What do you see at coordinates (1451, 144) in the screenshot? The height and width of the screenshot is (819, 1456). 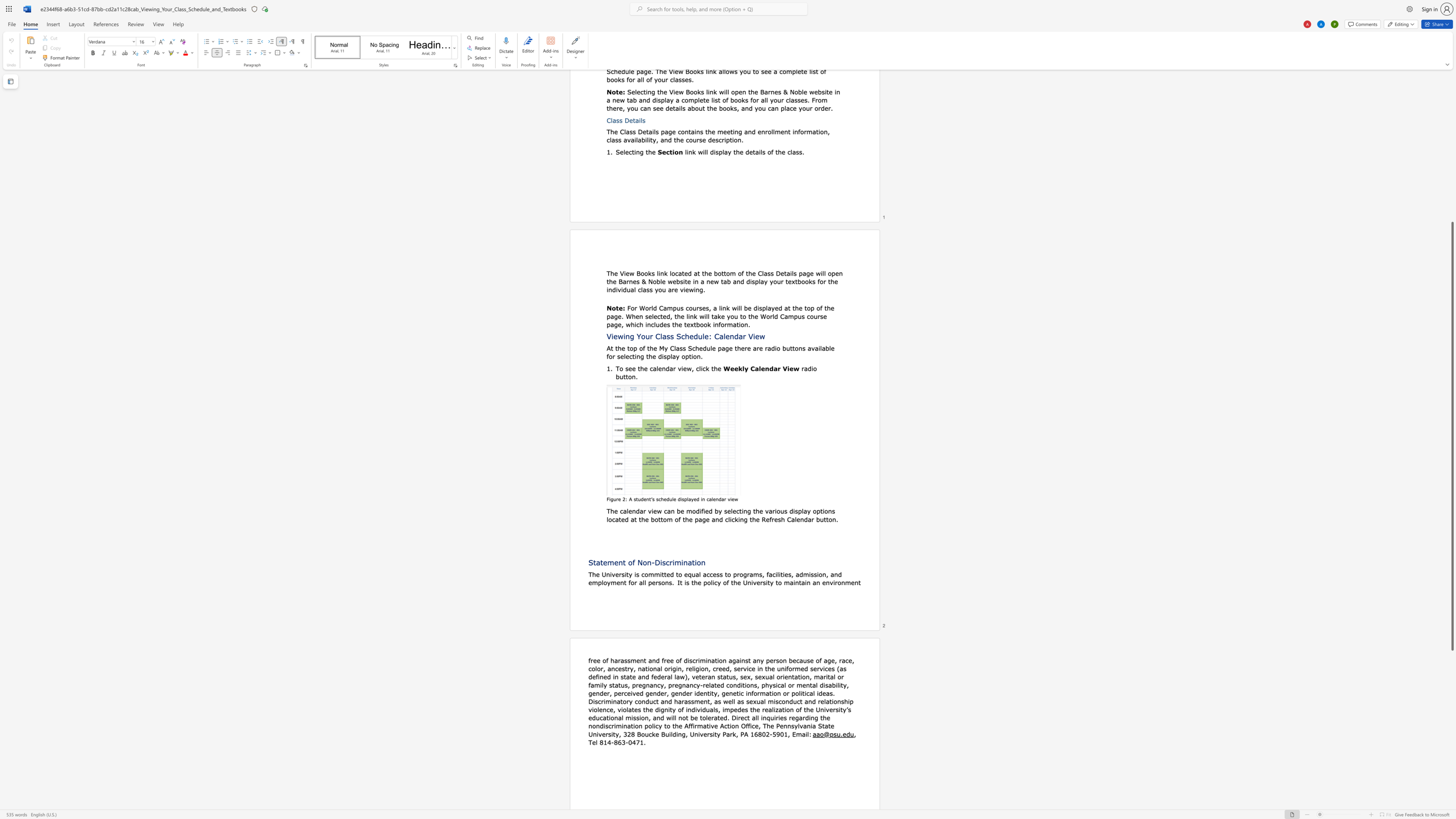 I see `the scrollbar on the side` at bounding box center [1451, 144].